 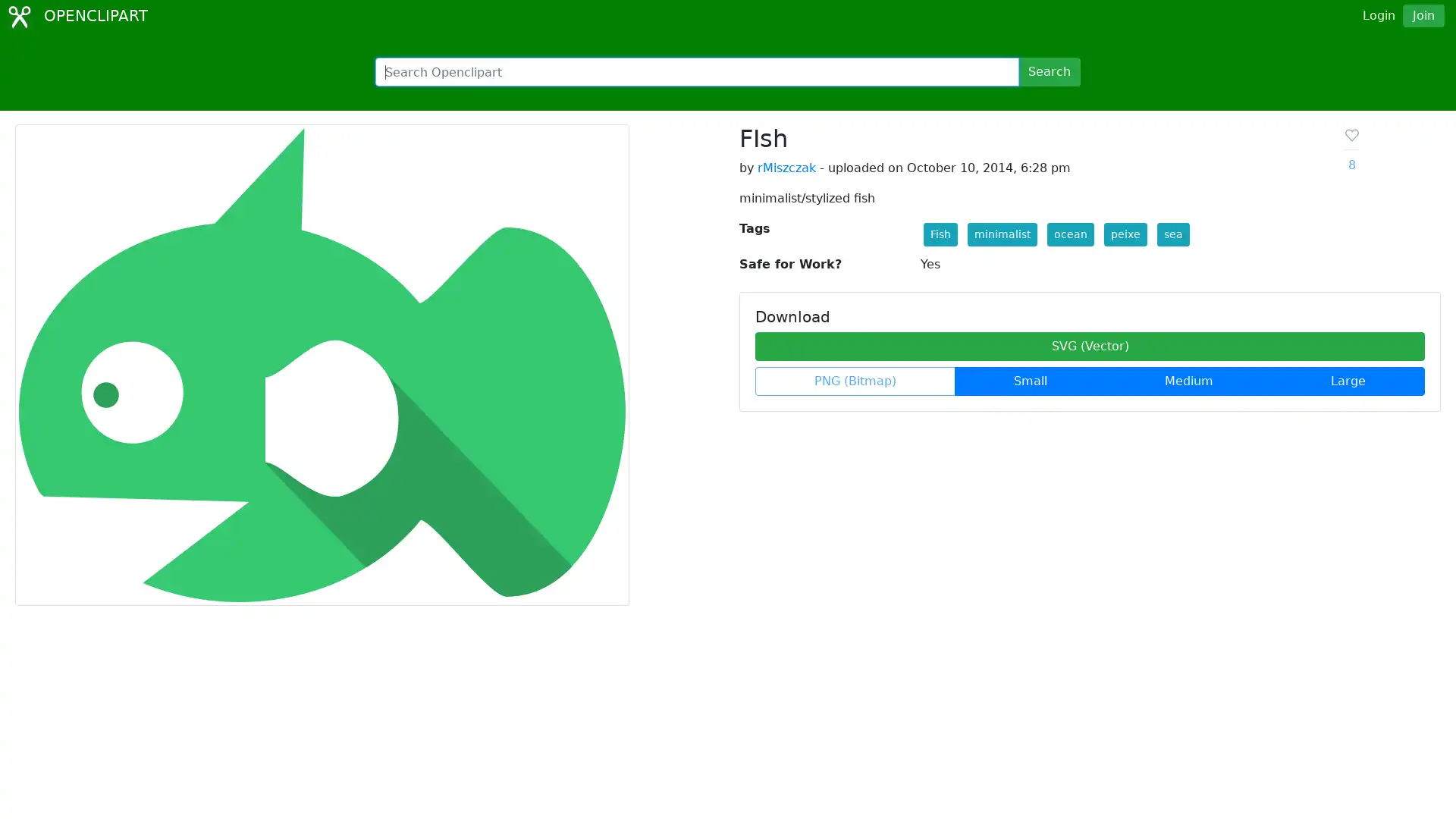 What do you see at coordinates (1172, 234) in the screenshot?
I see `sea` at bounding box center [1172, 234].